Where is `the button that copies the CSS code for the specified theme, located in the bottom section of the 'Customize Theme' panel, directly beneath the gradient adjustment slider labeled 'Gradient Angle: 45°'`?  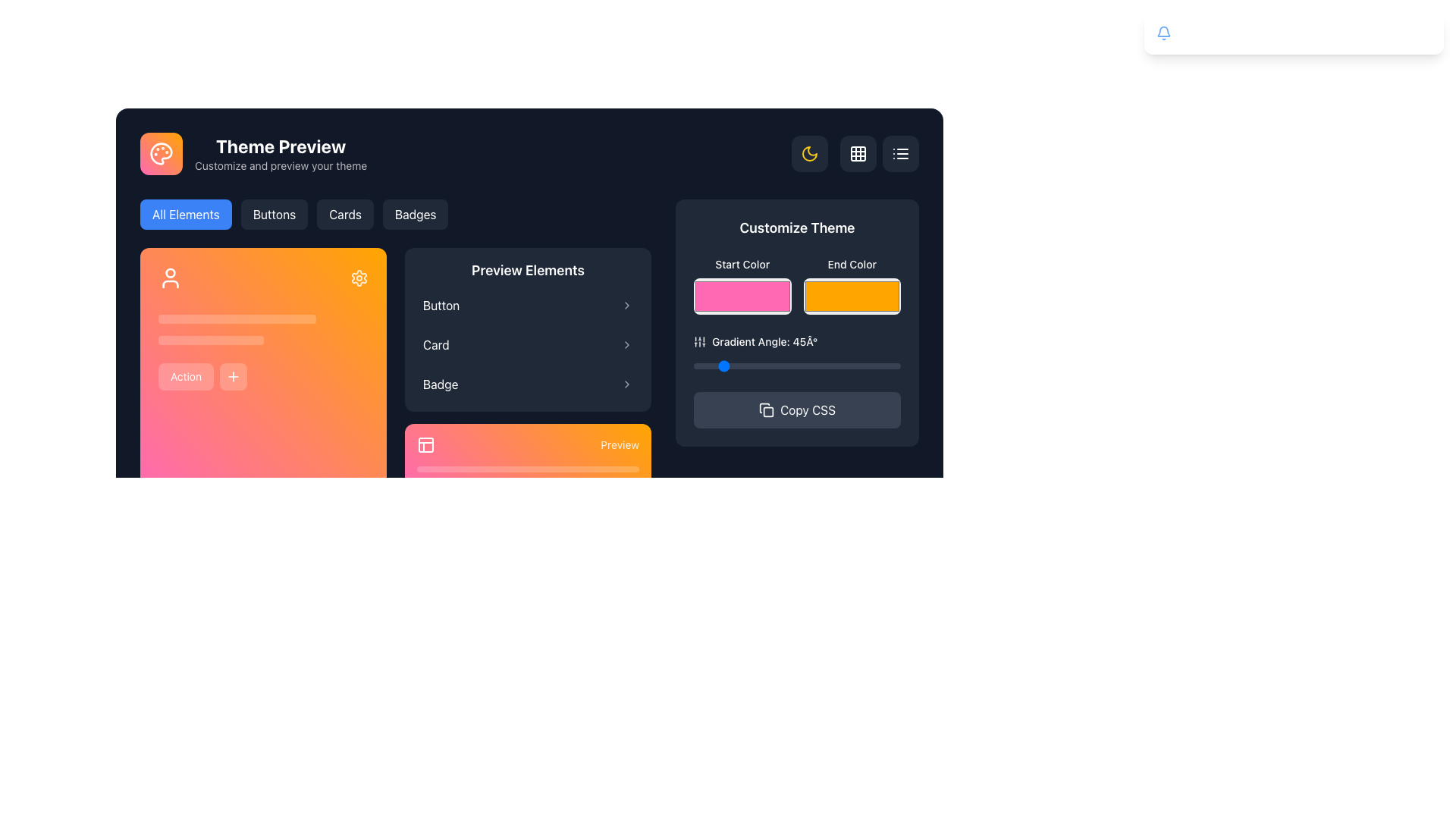 the button that copies the CSS code for the specified theme, located in the bottom section of the 'Customize Theme' panel, directly beneath the gradient adjustment slider labeled 'Gradient Angle: 45°' is located at coordinates (796, 409).